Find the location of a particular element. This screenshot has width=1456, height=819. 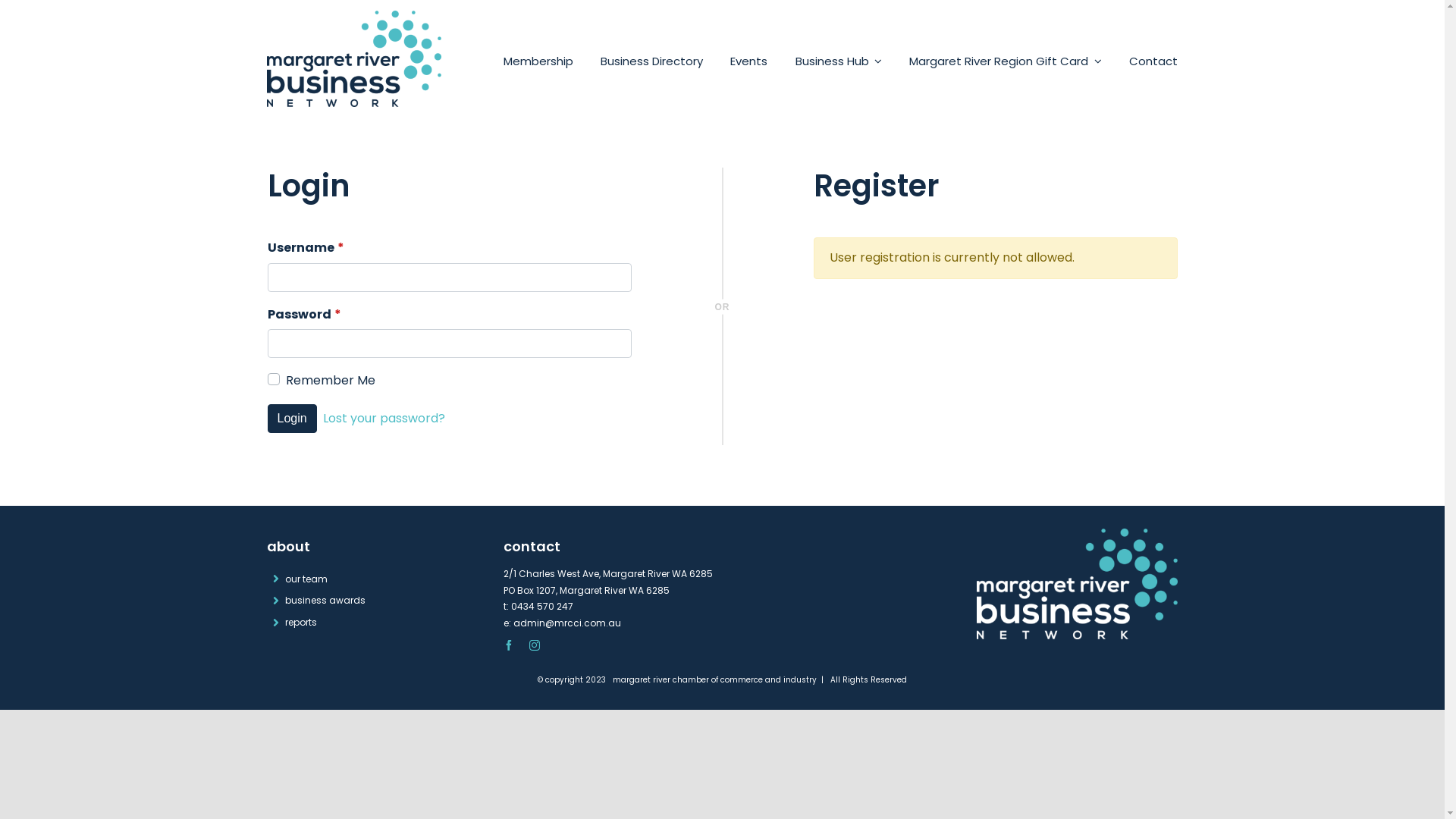

'Business Directory' is located at coordinates (651, 61).